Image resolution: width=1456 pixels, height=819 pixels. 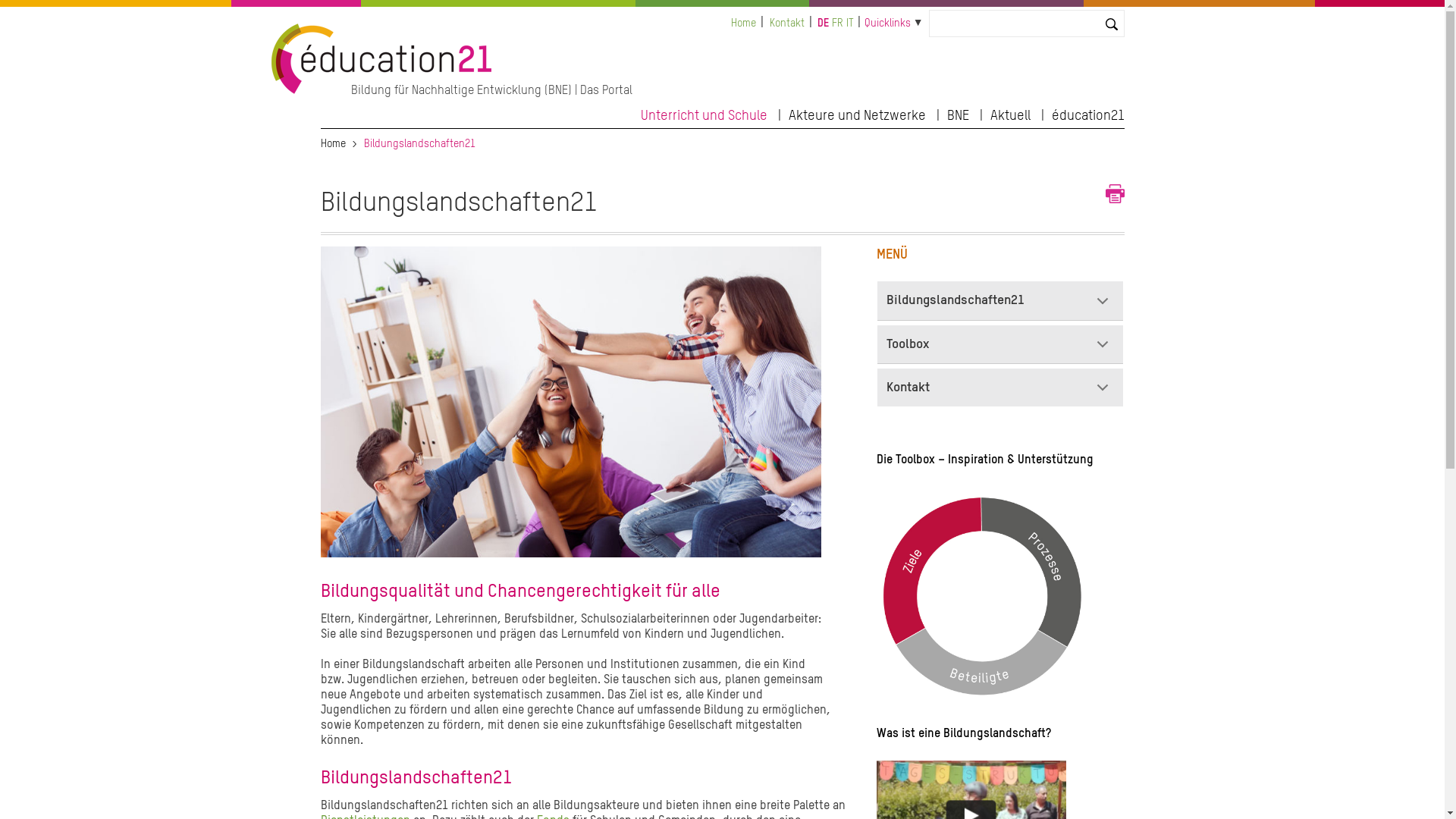 I want to click on 'Toolbox', so click(x=1000, y=344).